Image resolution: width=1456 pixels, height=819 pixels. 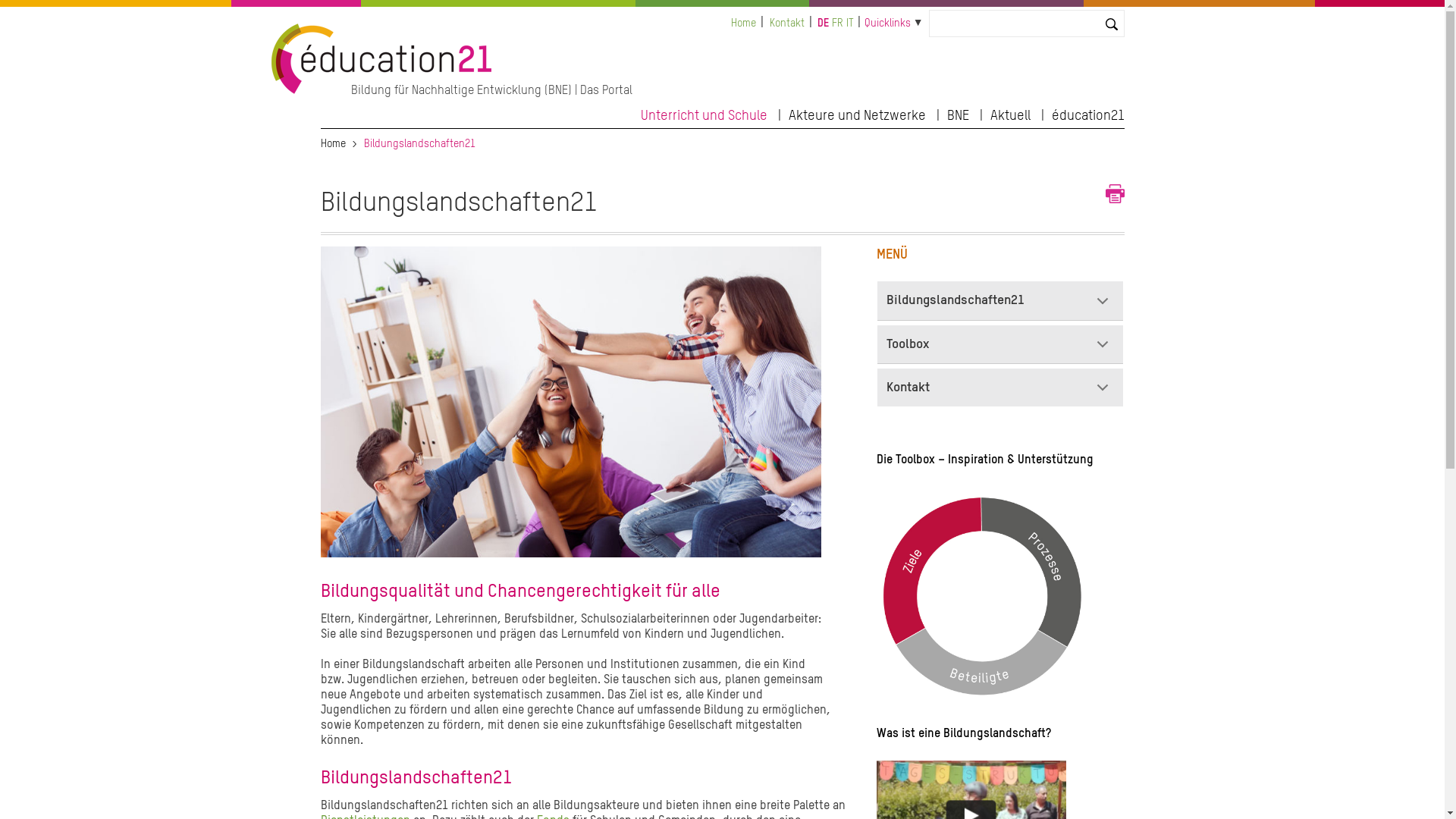 I want to click on 'Toolbox', so click(x=1000, y=344).